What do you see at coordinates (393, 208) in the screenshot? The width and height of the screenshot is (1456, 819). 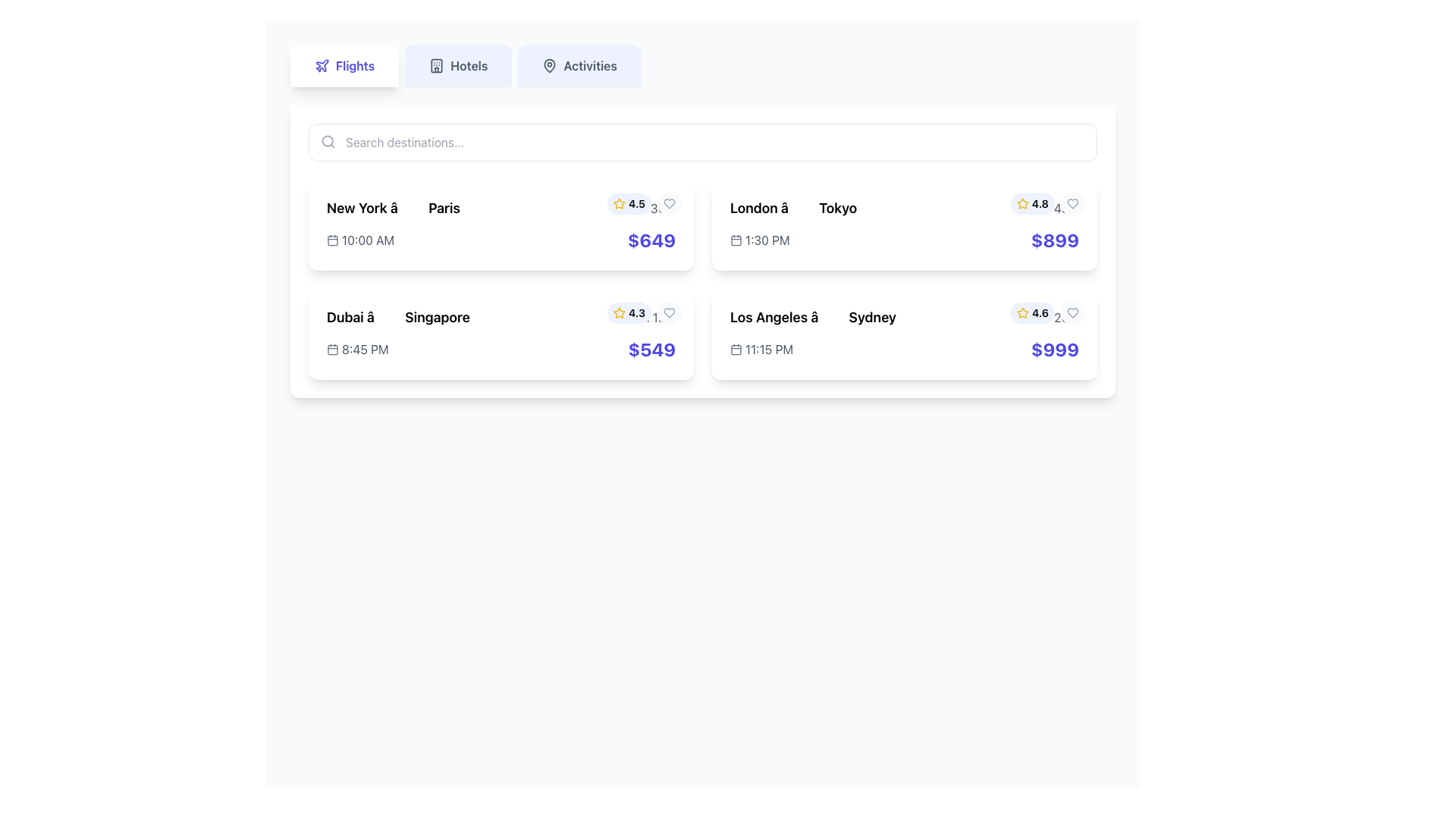 I see `the Text label displaying 'New York â†’ Paris'` at bounding box center [393, 208].